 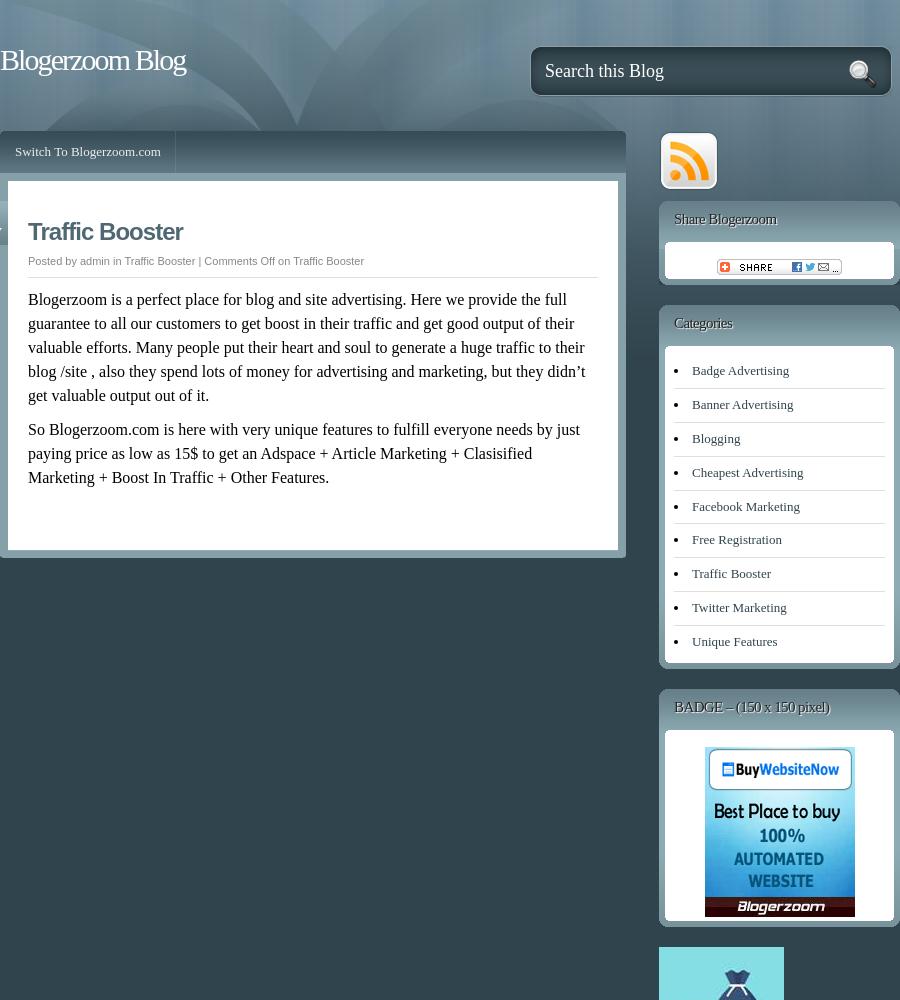 I want to click on 'Free Registration', so click(x=735, y=539).